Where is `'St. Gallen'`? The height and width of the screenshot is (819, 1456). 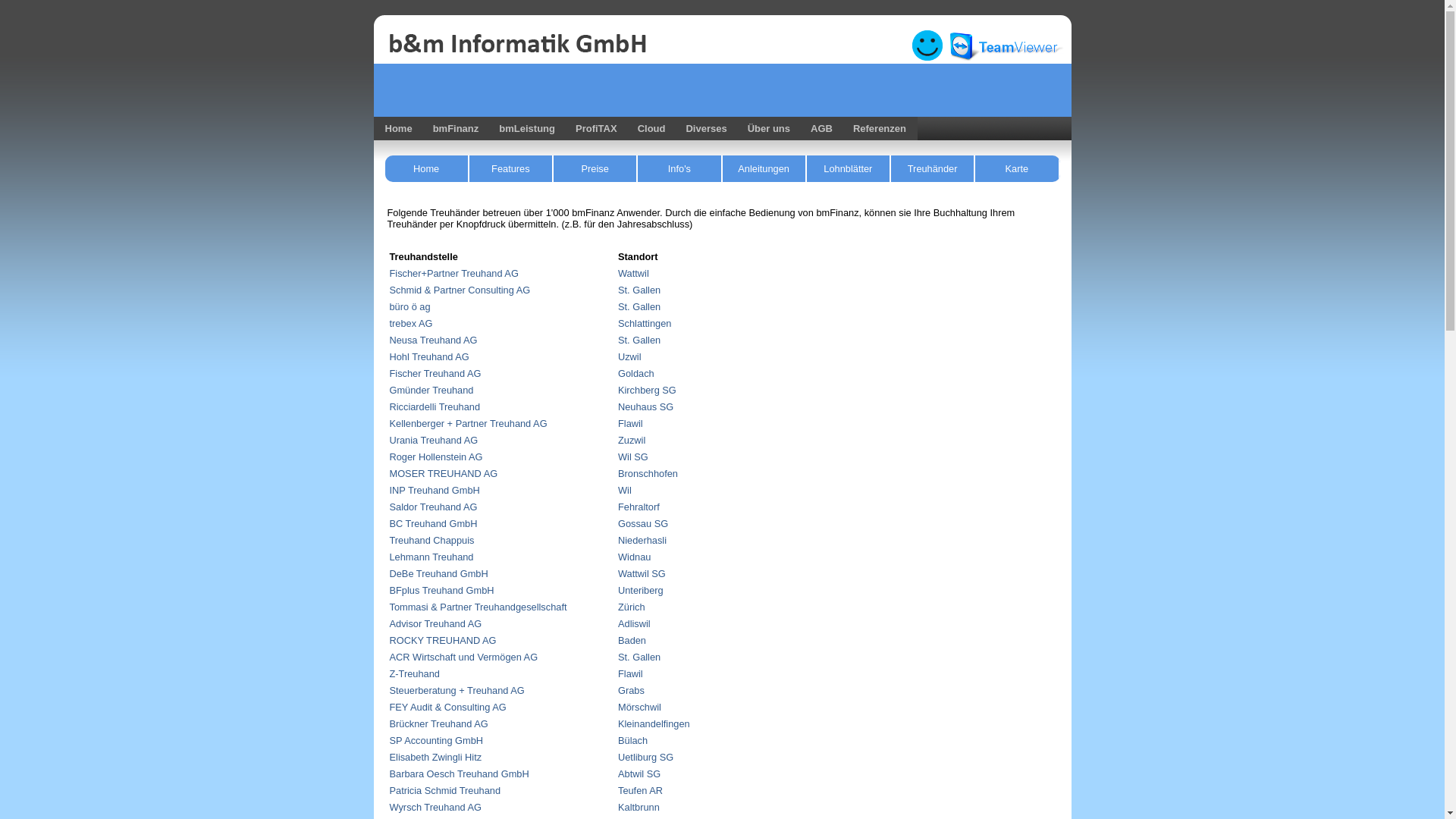
'St. Gallen' is located at coordinates (639, 306).